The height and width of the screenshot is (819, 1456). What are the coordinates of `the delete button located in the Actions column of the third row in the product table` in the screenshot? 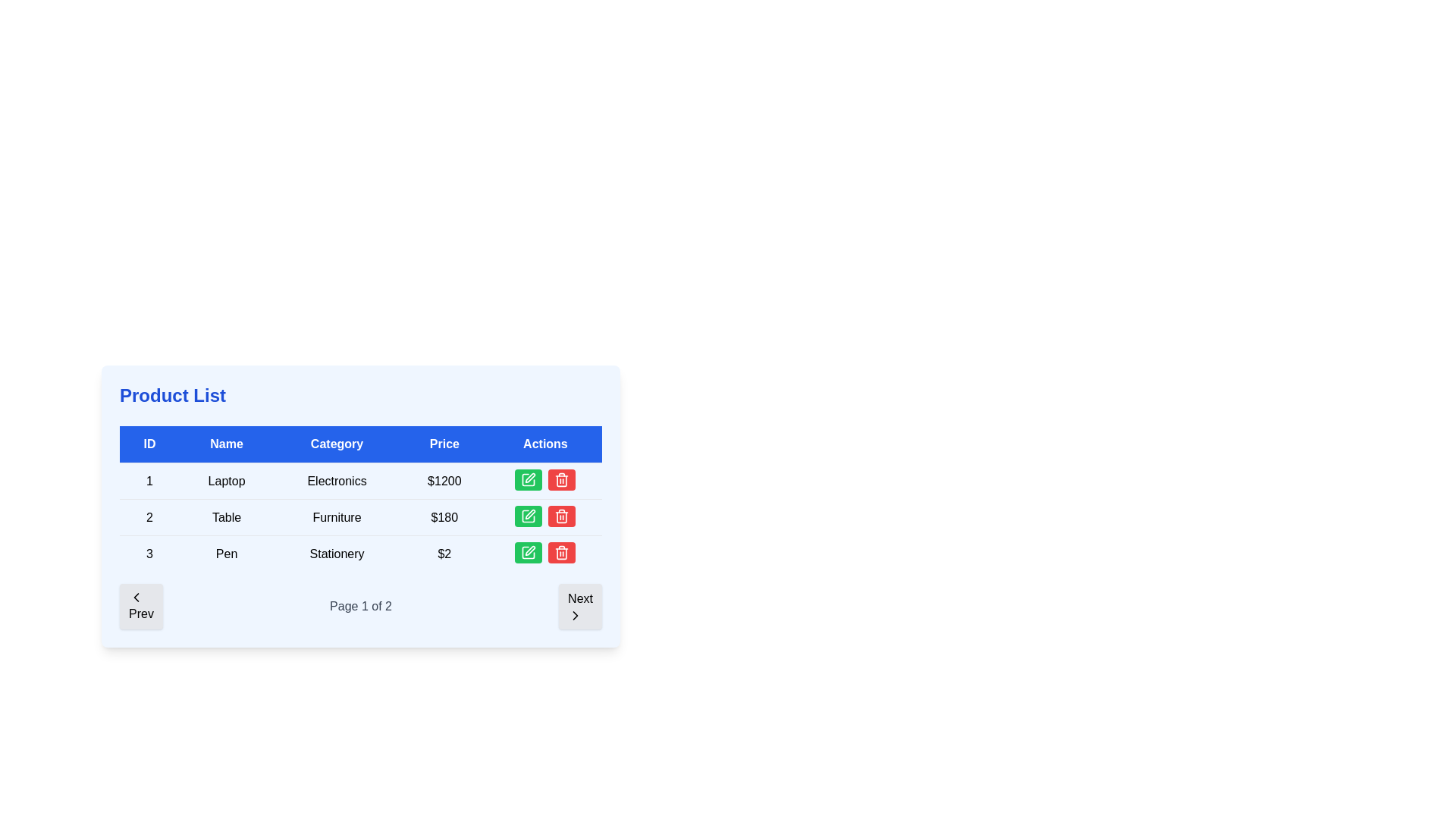 It's located at (561, 479).